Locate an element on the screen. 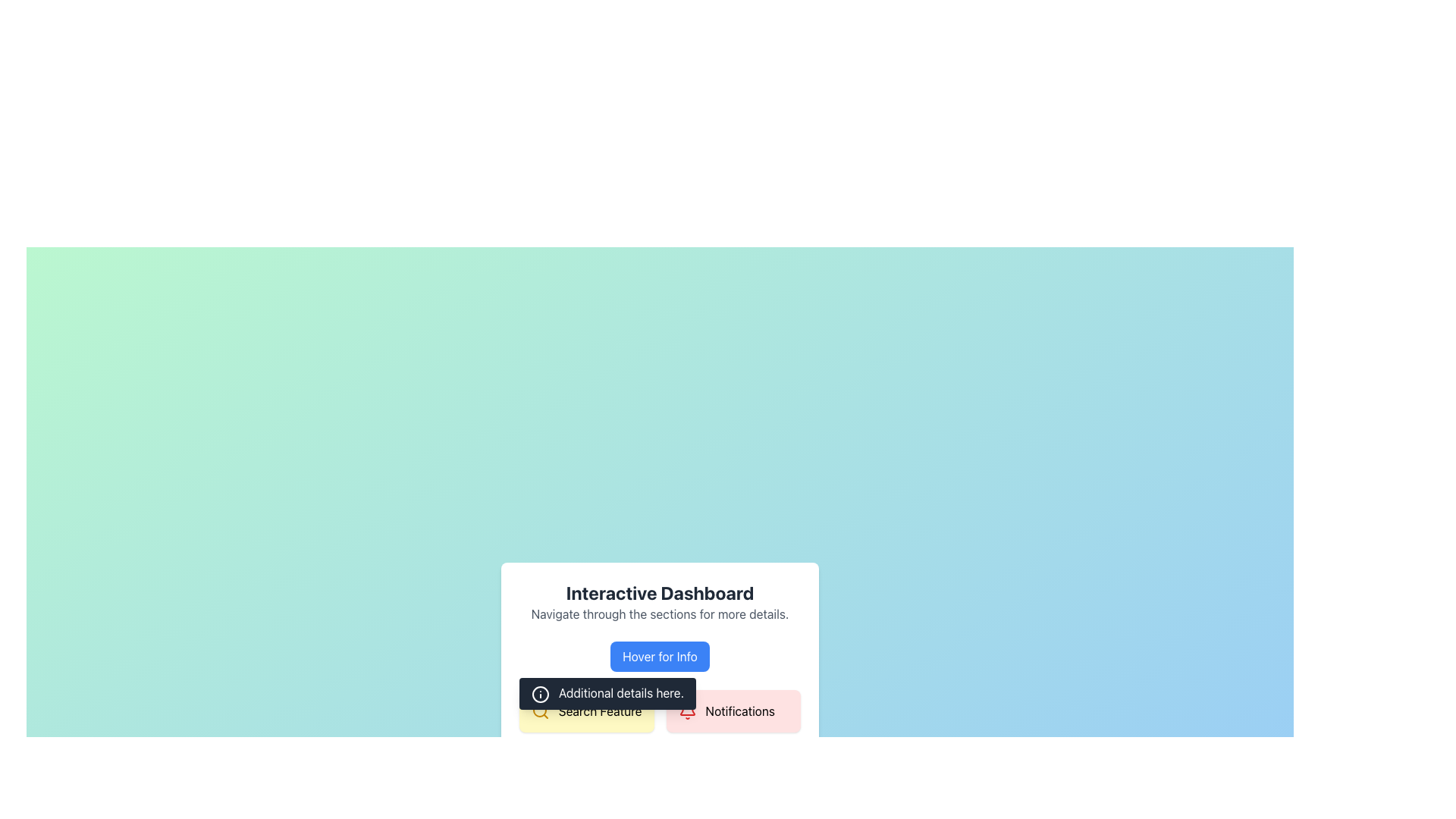  the text block styled in gray font that contains the phrase 'Navigate through the sections for more details.' located beneath the header 'Interactive Dashboard' is located at coordinates (660, 614).